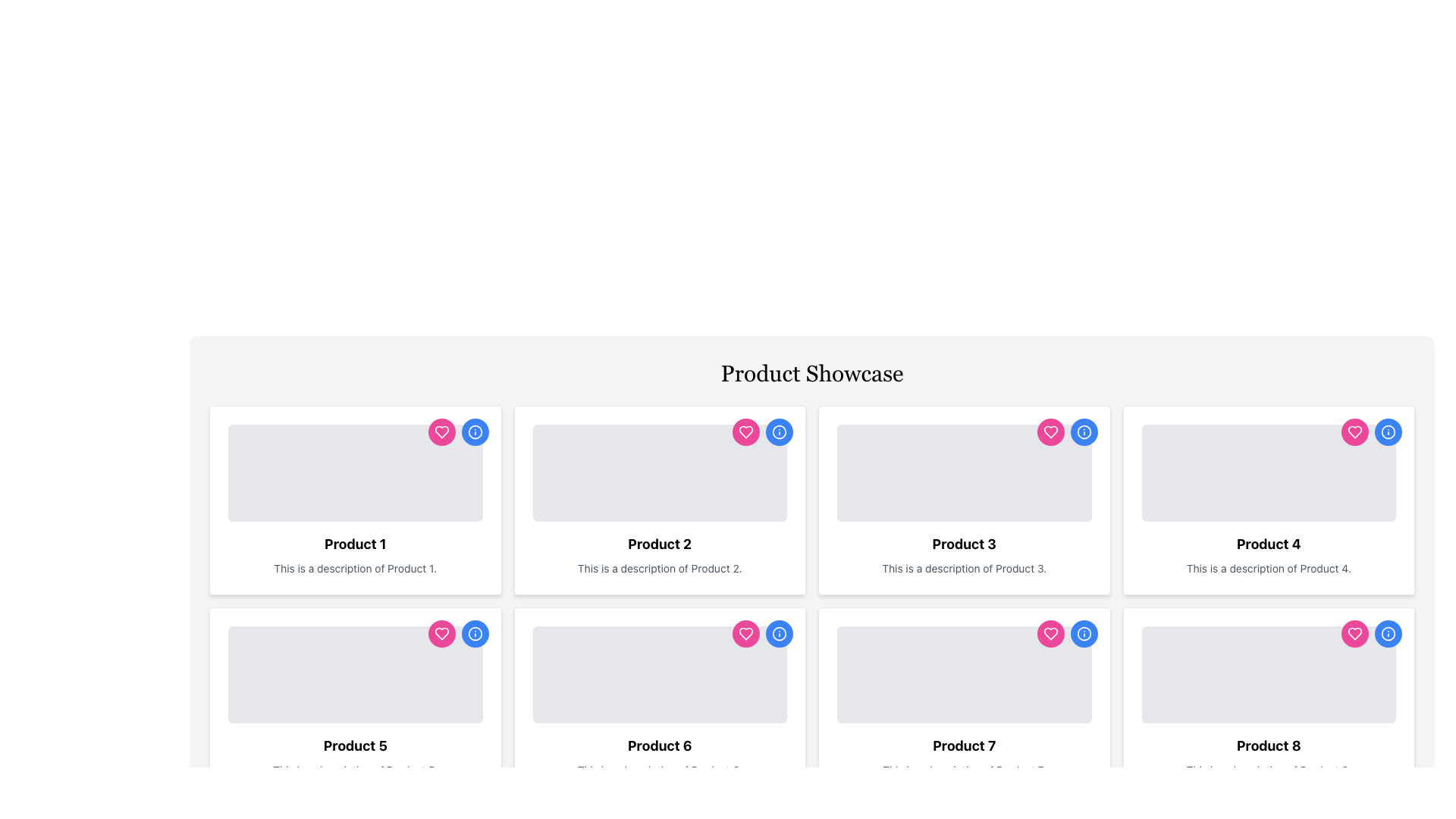  Describe the element at coordinates (354, 745) in the screenshot. I see `product name displayed in the text label located in the middle column of the second row of the grid layout, positioned below the image placeholder and above the descriptive text` at that location.